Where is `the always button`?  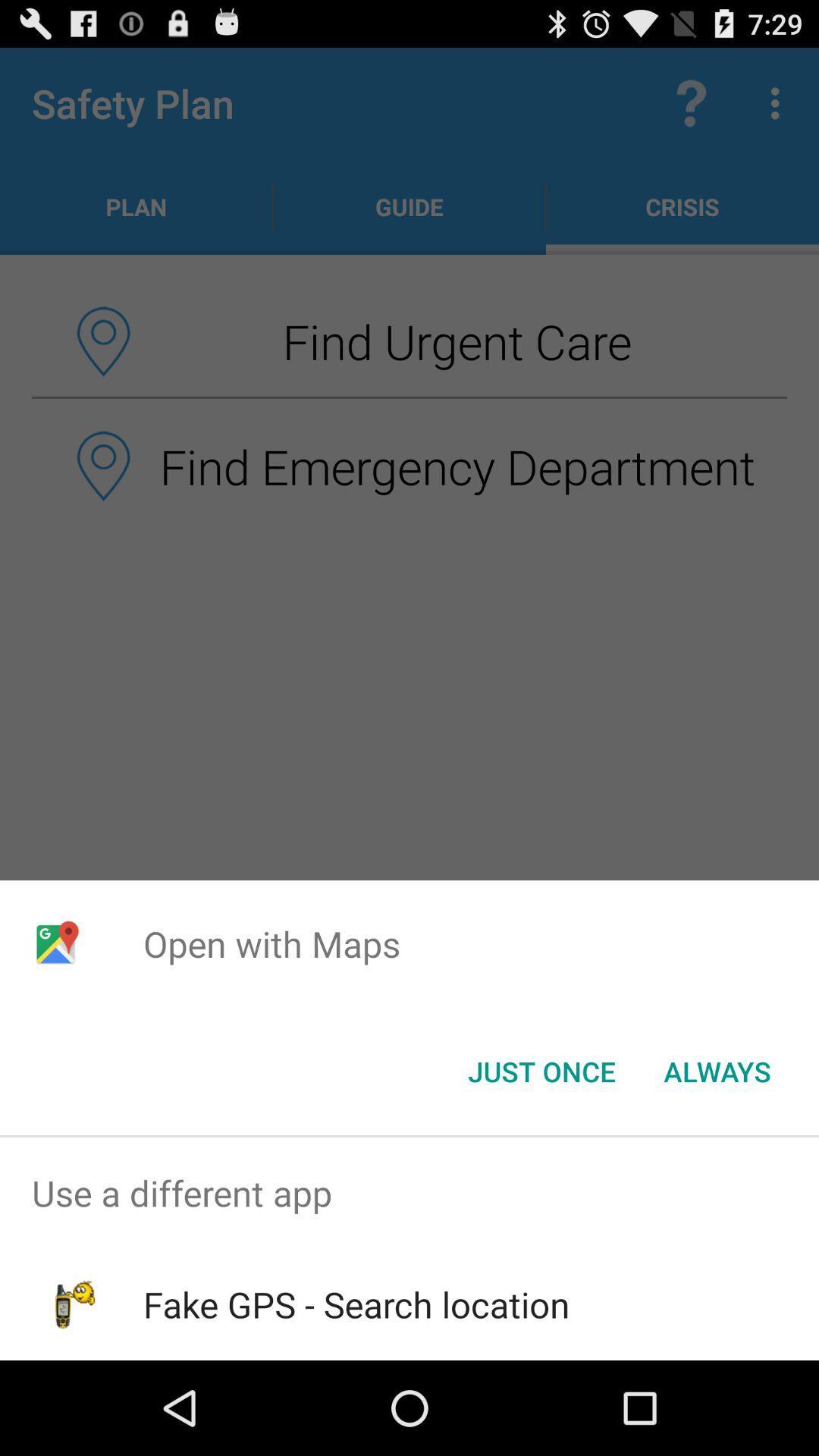
the always button is located at coordinates (717, 1070).